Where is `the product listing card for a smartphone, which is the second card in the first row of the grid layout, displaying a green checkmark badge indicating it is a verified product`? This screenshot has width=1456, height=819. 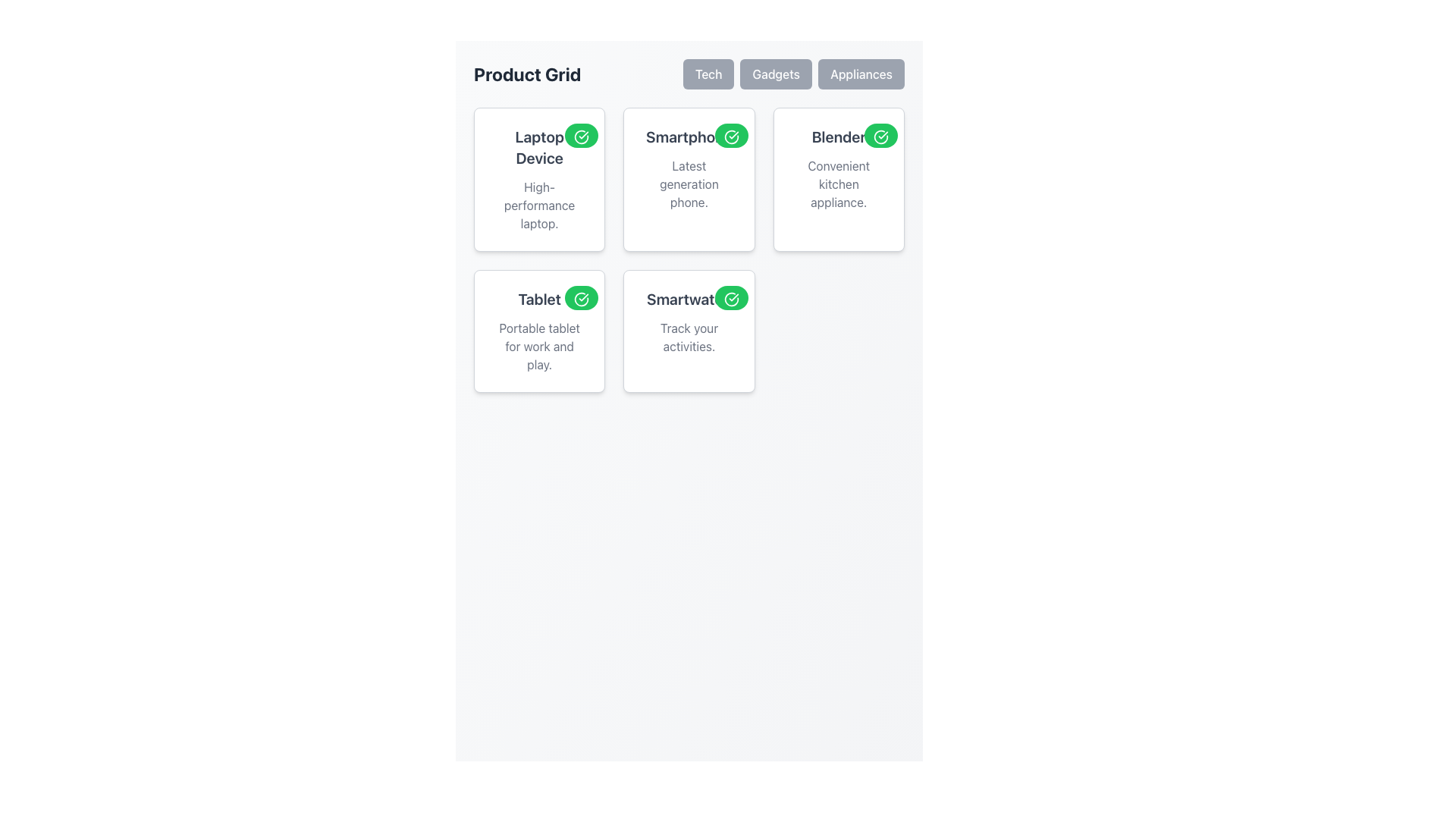 the product listing card for a smartphone, which is the second card in the first row of the grid layout, displaying a green checkmark badge indicating it is a verified product is located at coordinates (688, 178).